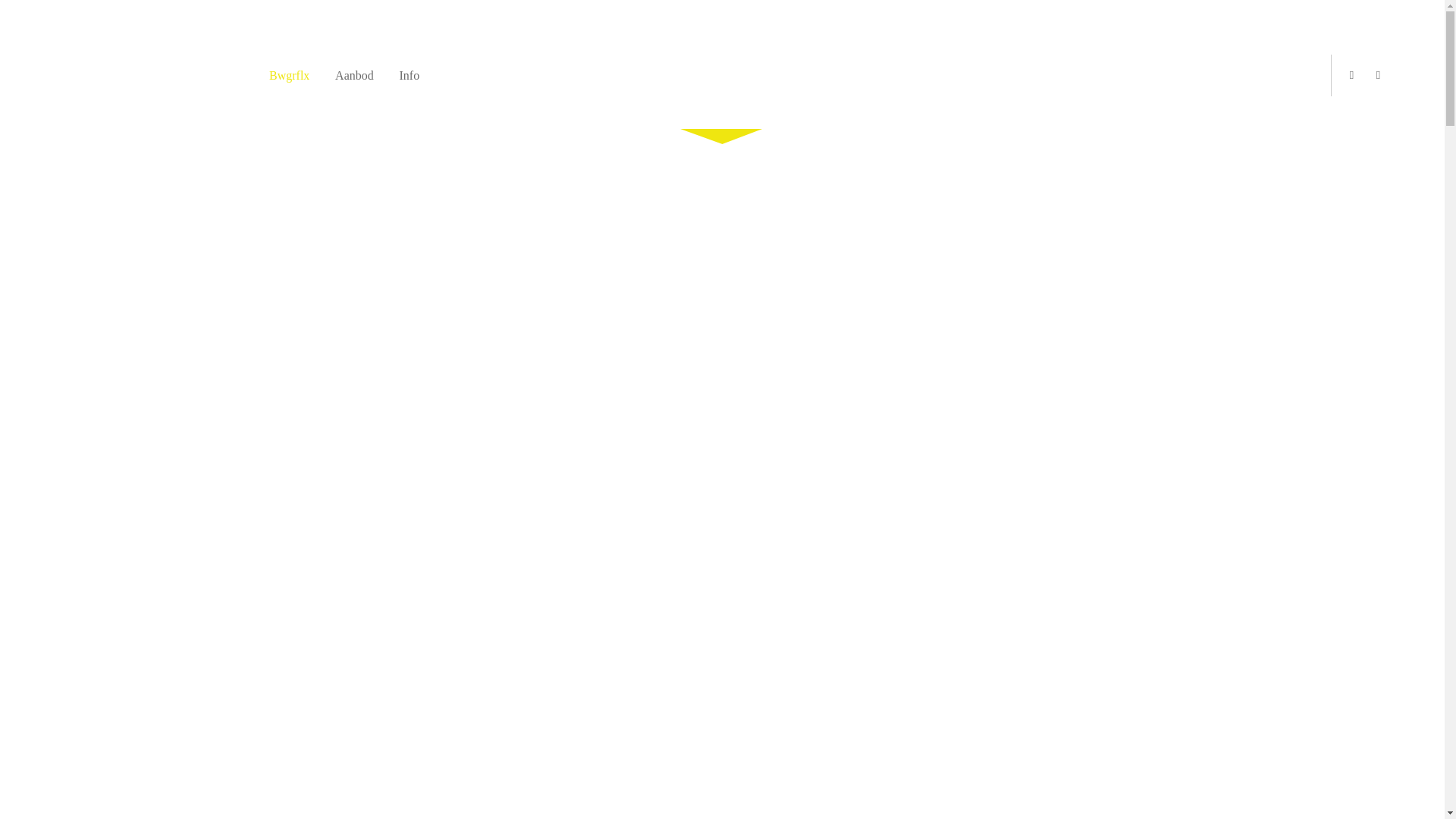 The image size is (1456, 819). Describe the element at coordinates (334, 75) in the screenshot. I see `'Aanbod'` at that location.